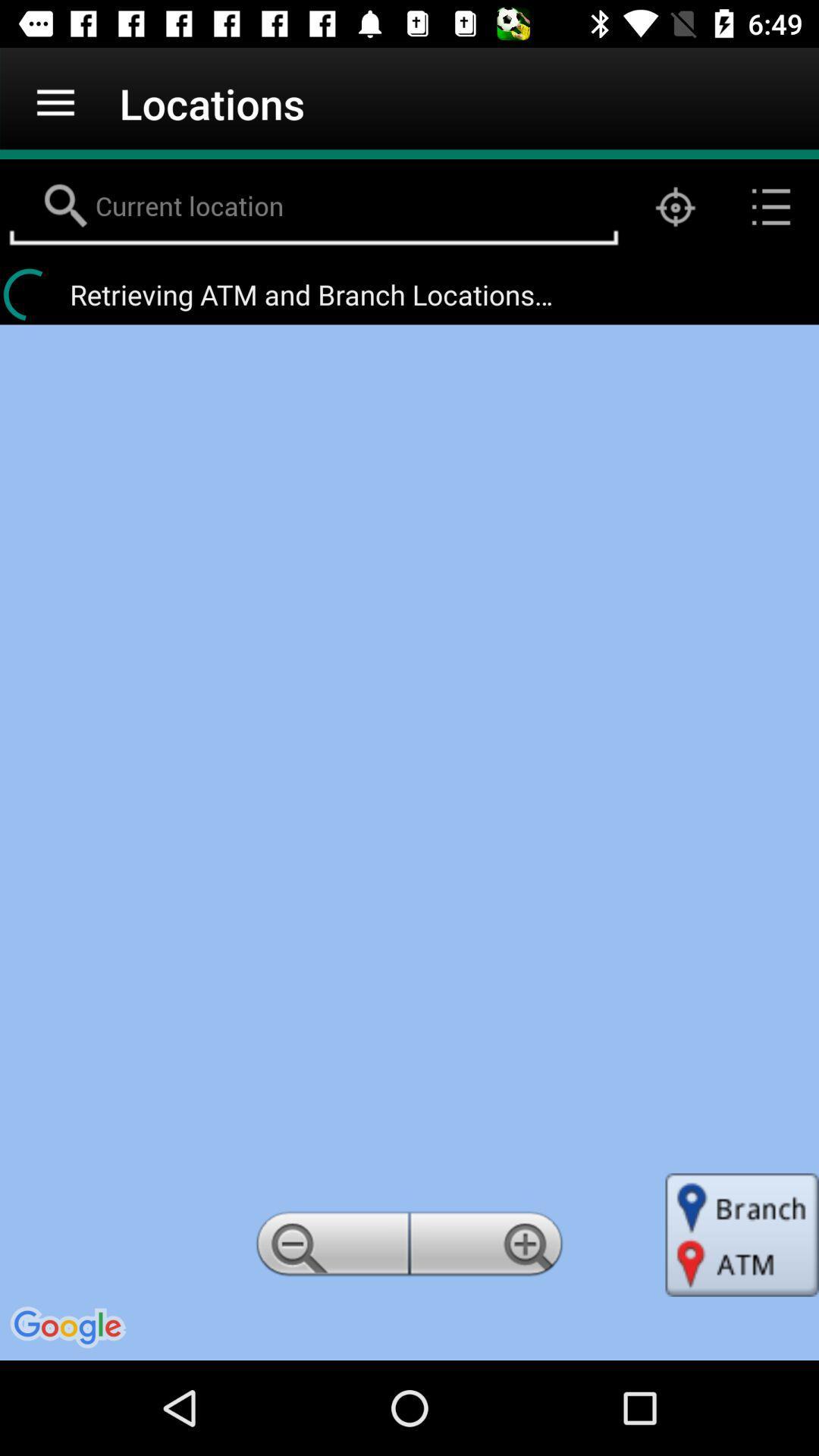 The height and width of the screenshot is (1456, 819). I want to click on zoom out, so click(329, 1248).